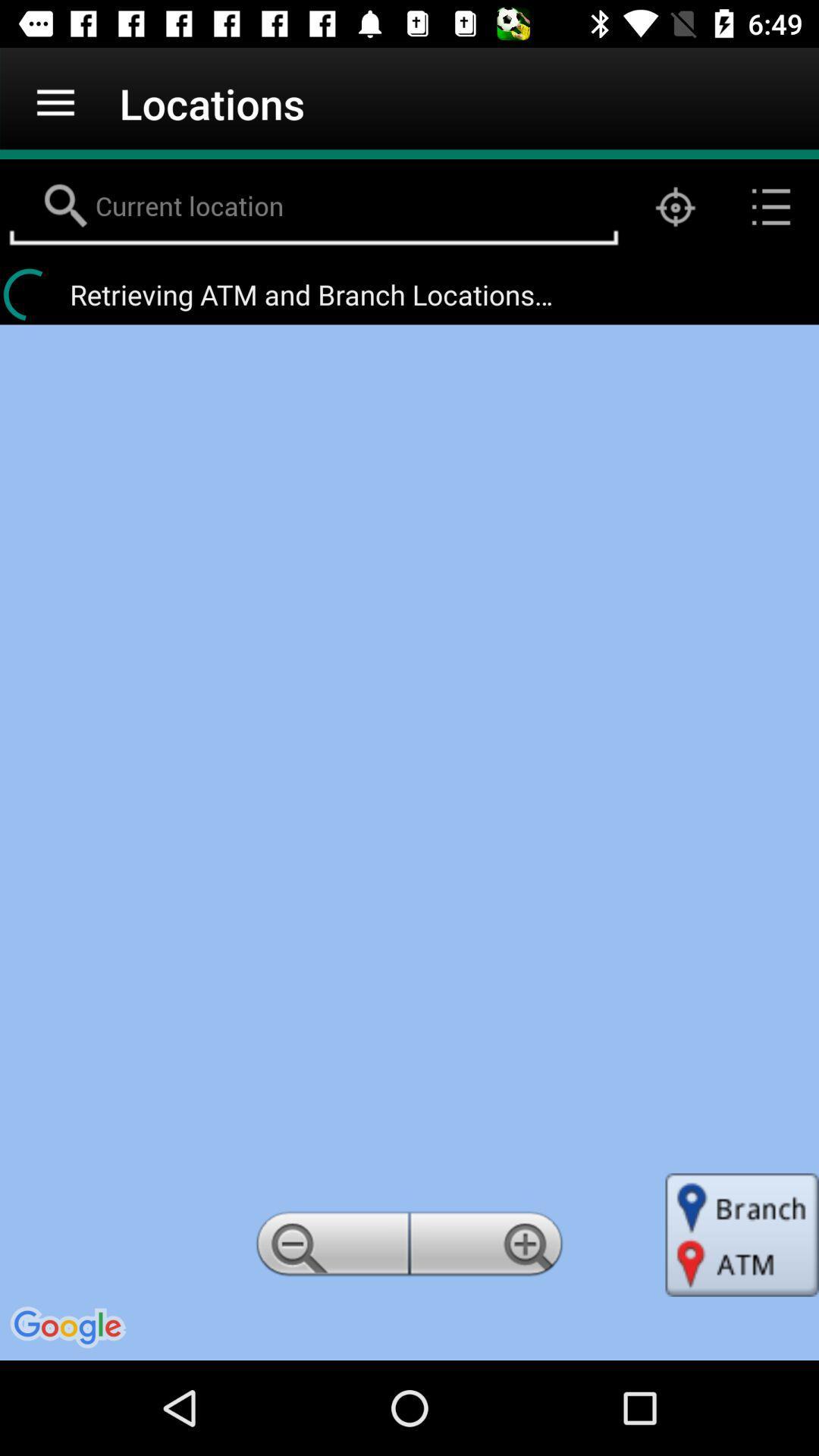 The height and width of the screenshot is (1456, 819). I want to click on zoom out, so click(329, 1248).